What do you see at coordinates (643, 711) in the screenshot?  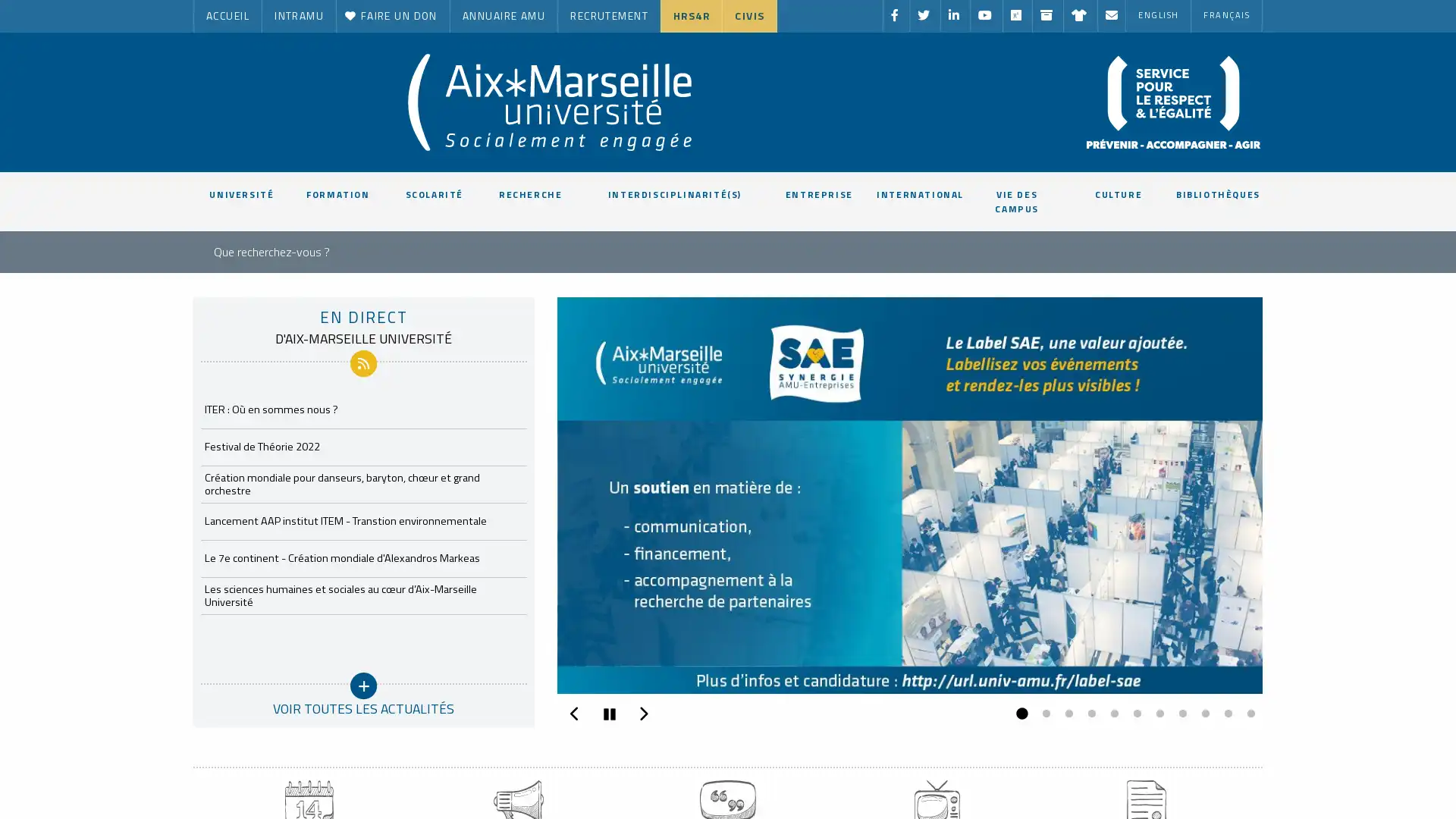 I see `Next` at bounding box center [643, 711].